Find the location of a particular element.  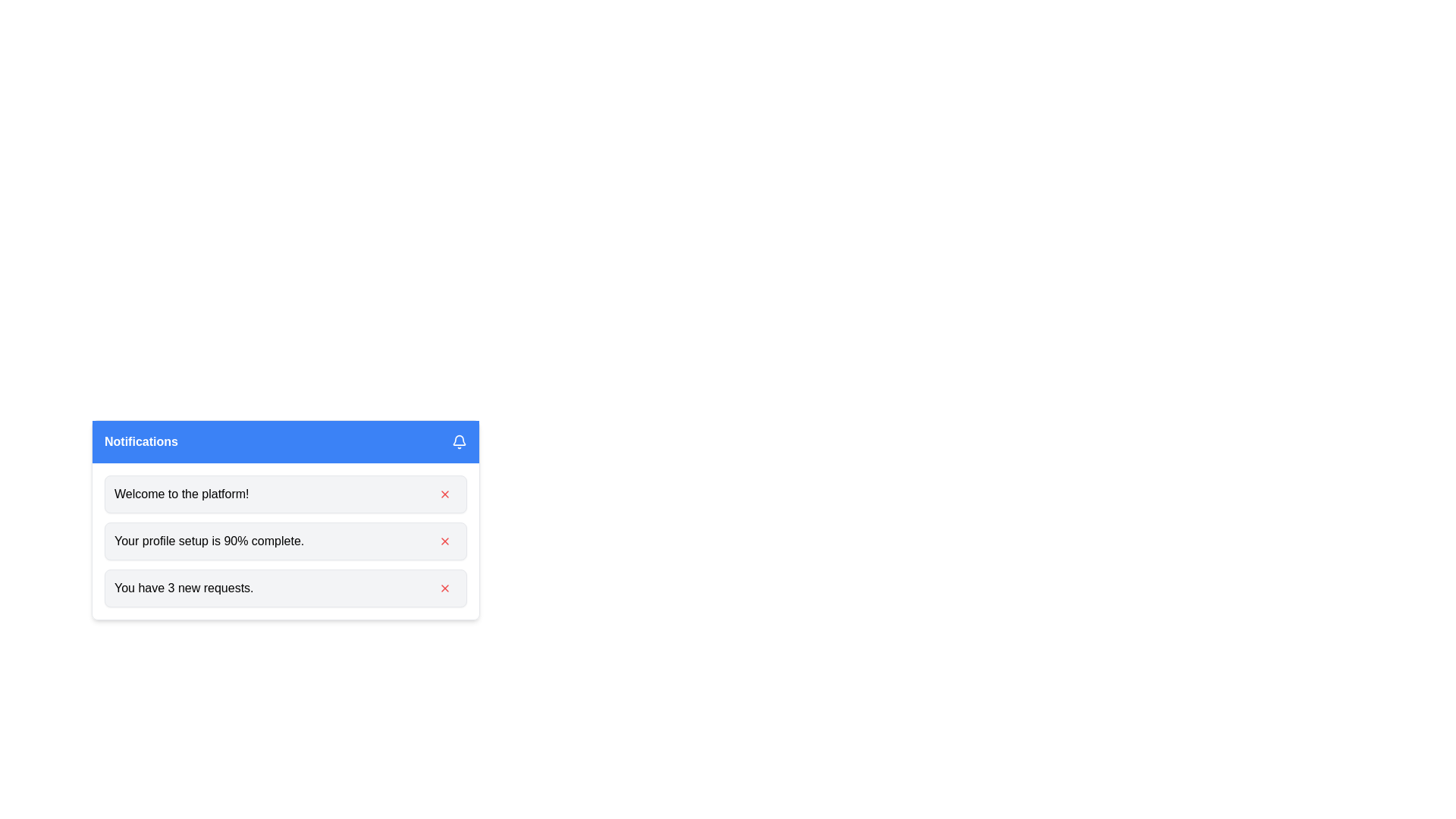

the small red 'X' icon that serves as the close button for the notification entry stating 'Your profile setup is 90% complete.' is located at coordinates (444, 540).